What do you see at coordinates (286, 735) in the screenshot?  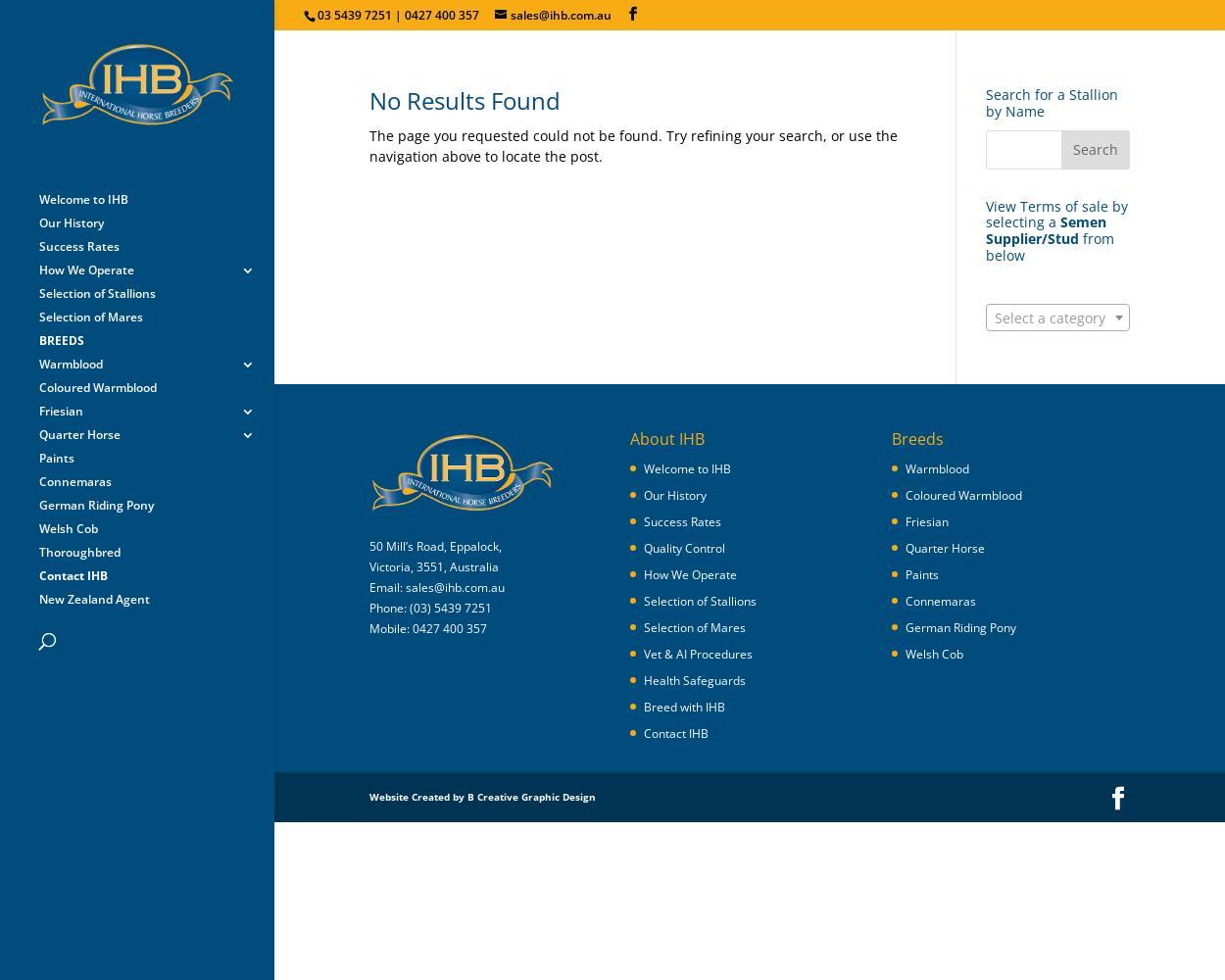 I see `'Millbry Hill Stud'` at bounding box center [286, 735].